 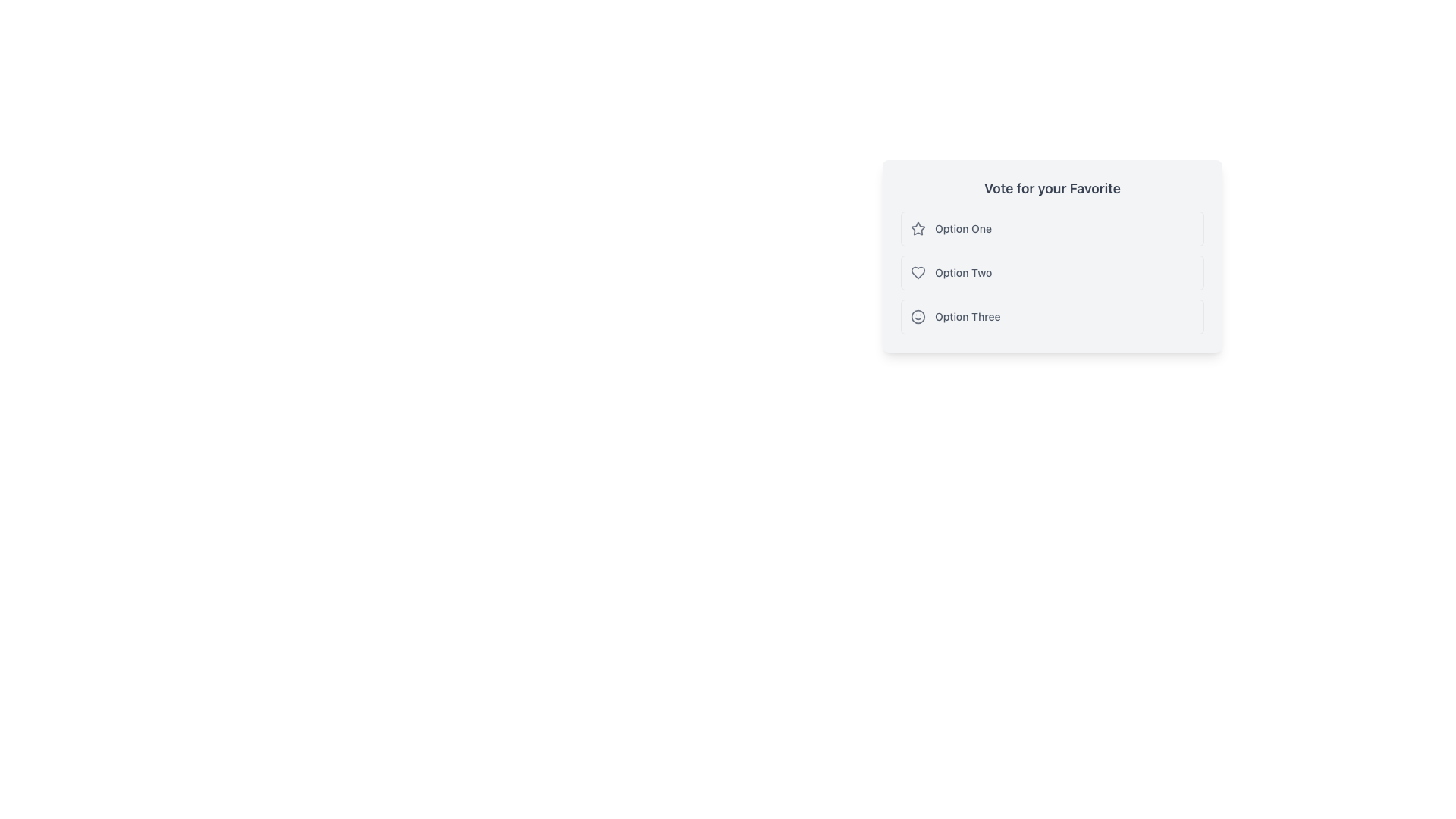 I want to click on 'Option Two' in the Voting Option List, so click(x=1051, y=256).